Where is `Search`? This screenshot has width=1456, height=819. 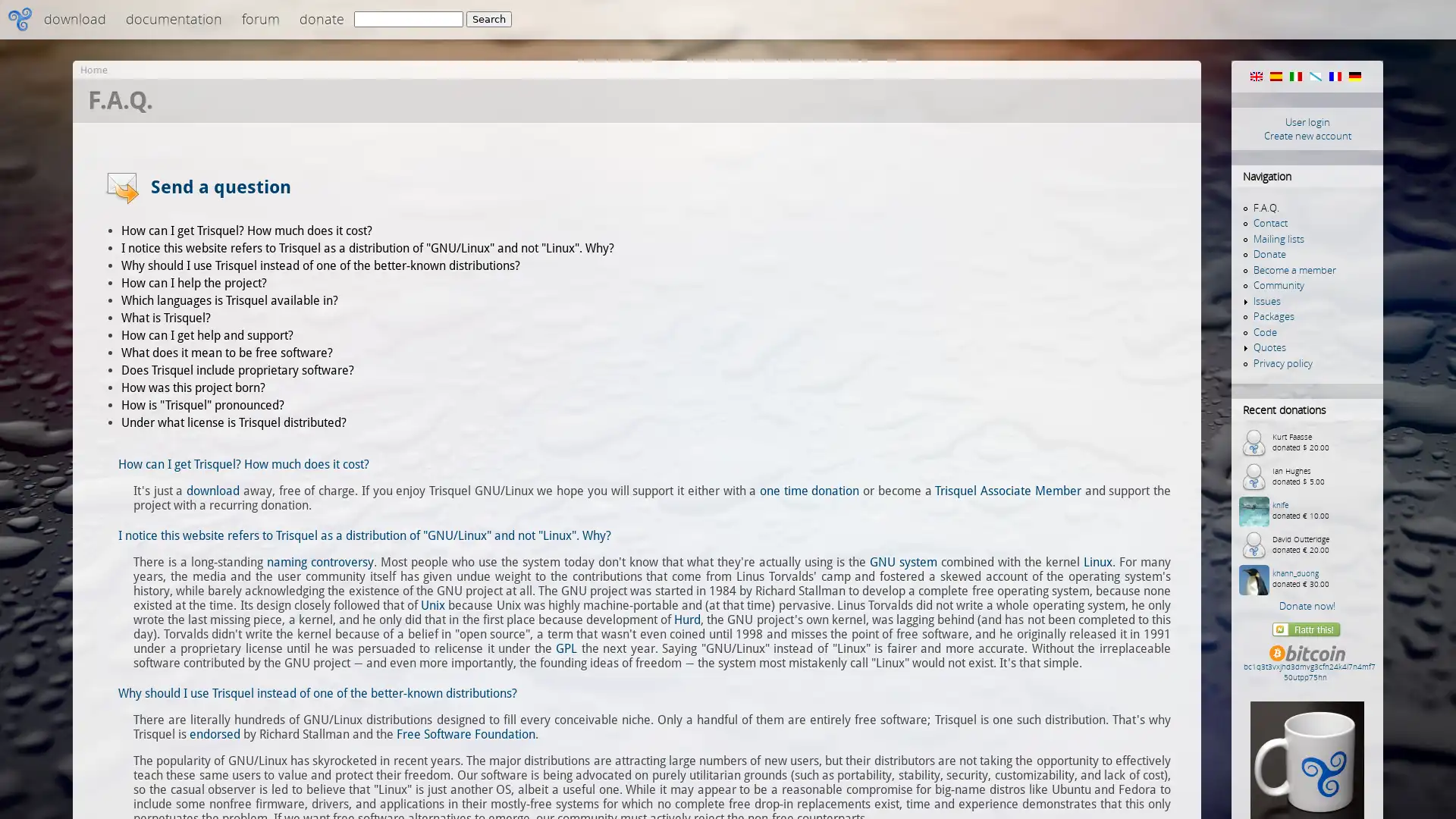 Search is located at coordinates (488, 19).